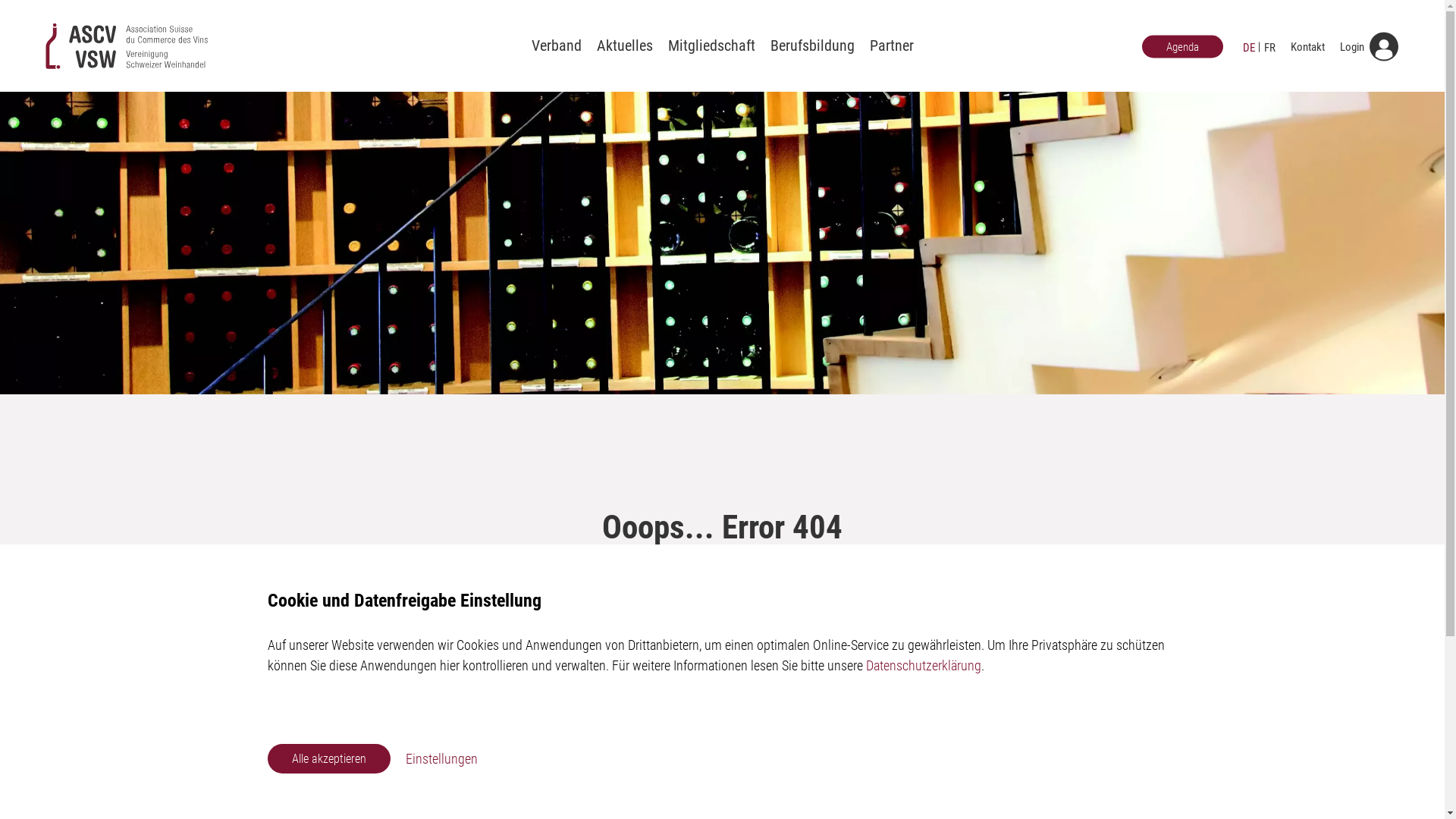  I want to click on 'Mitgliedschaft', so click(710, 45).